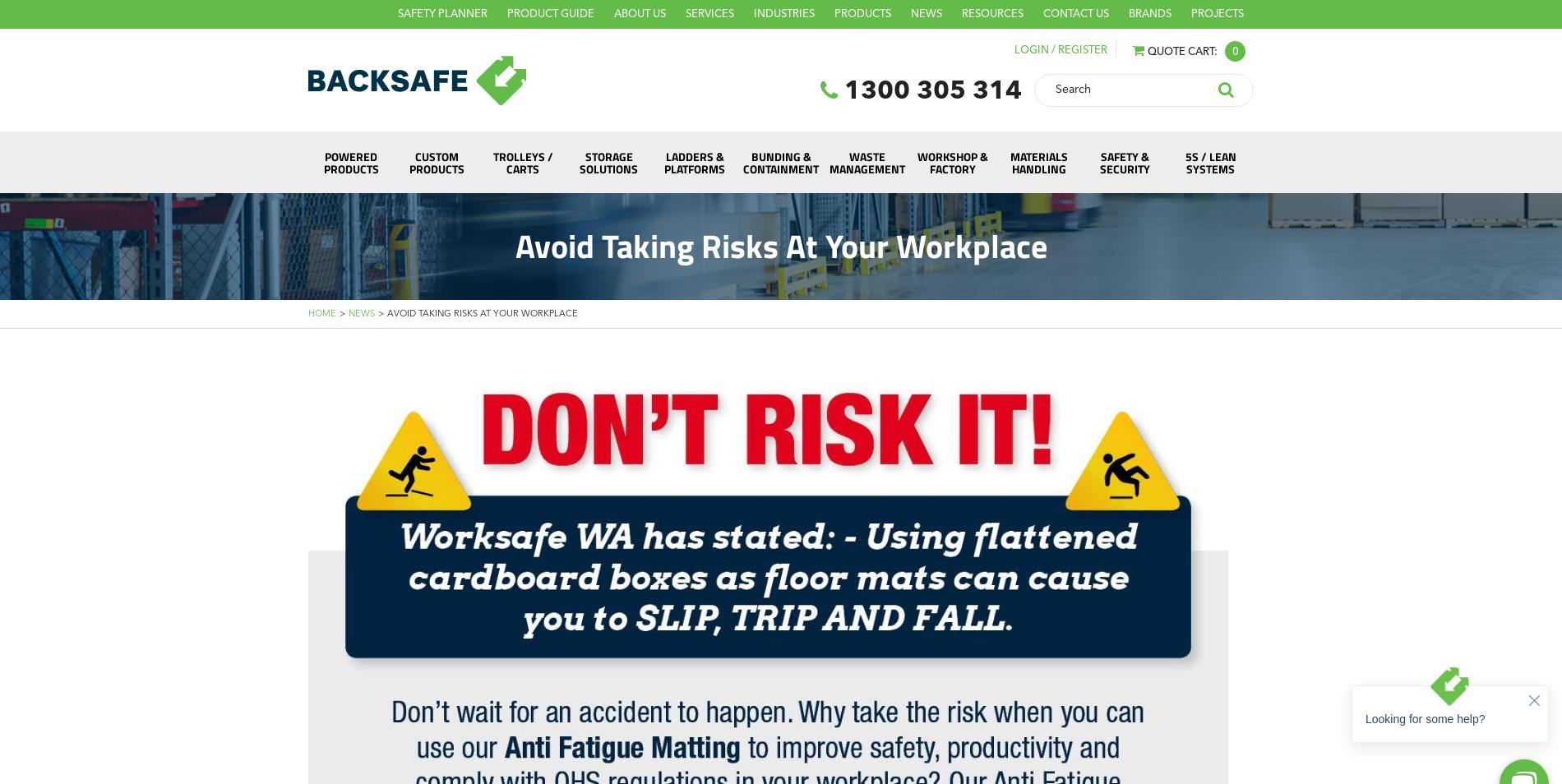  Describe the element at coordinates (1123, 161) in the screenshot. I see `'Safety & Security'` at that location.